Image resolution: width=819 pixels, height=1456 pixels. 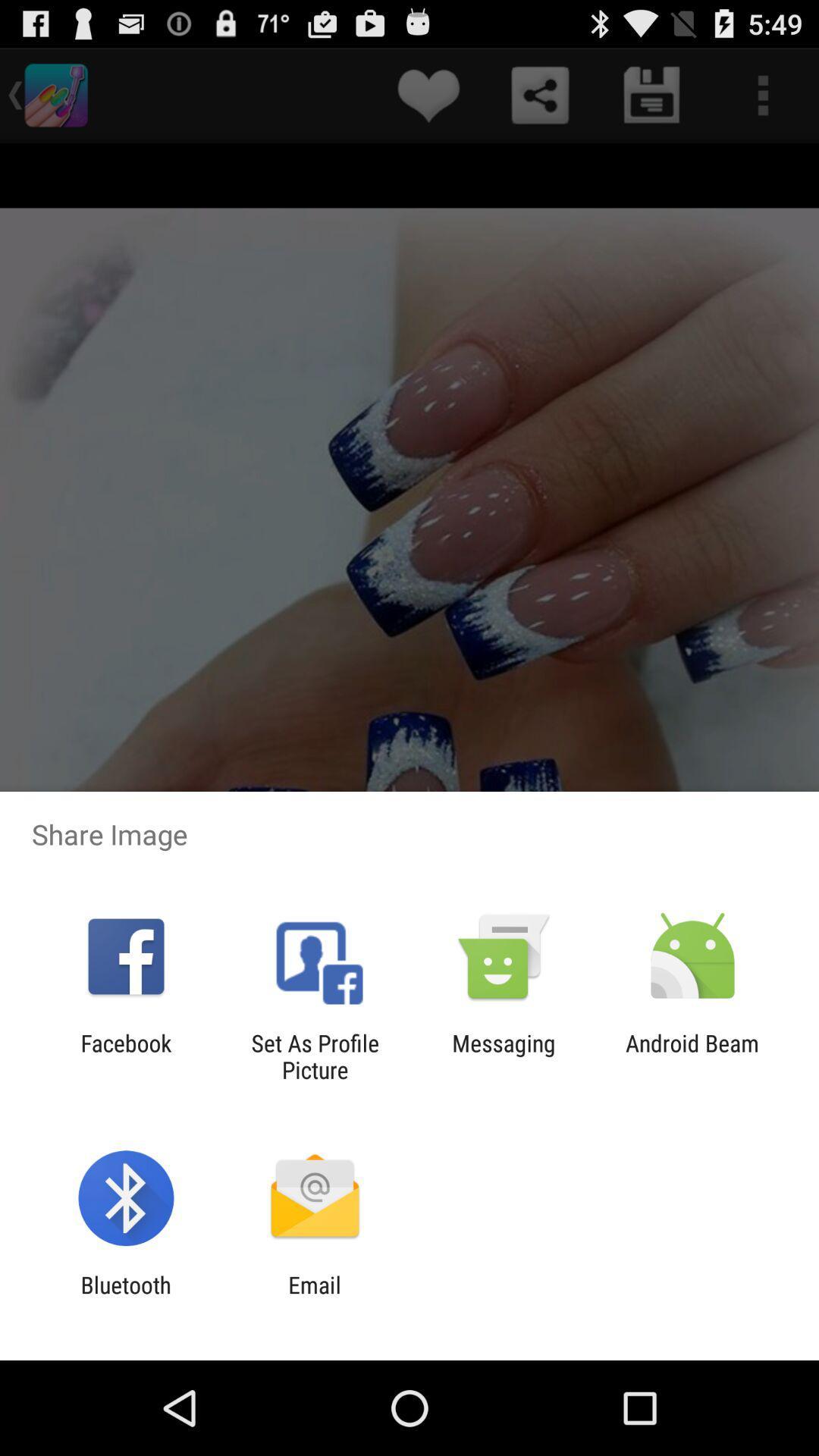 What do you see at coordinates (692, 1056) in the screenshot?
I see `the android beam` at bounding box center [692, 1056].